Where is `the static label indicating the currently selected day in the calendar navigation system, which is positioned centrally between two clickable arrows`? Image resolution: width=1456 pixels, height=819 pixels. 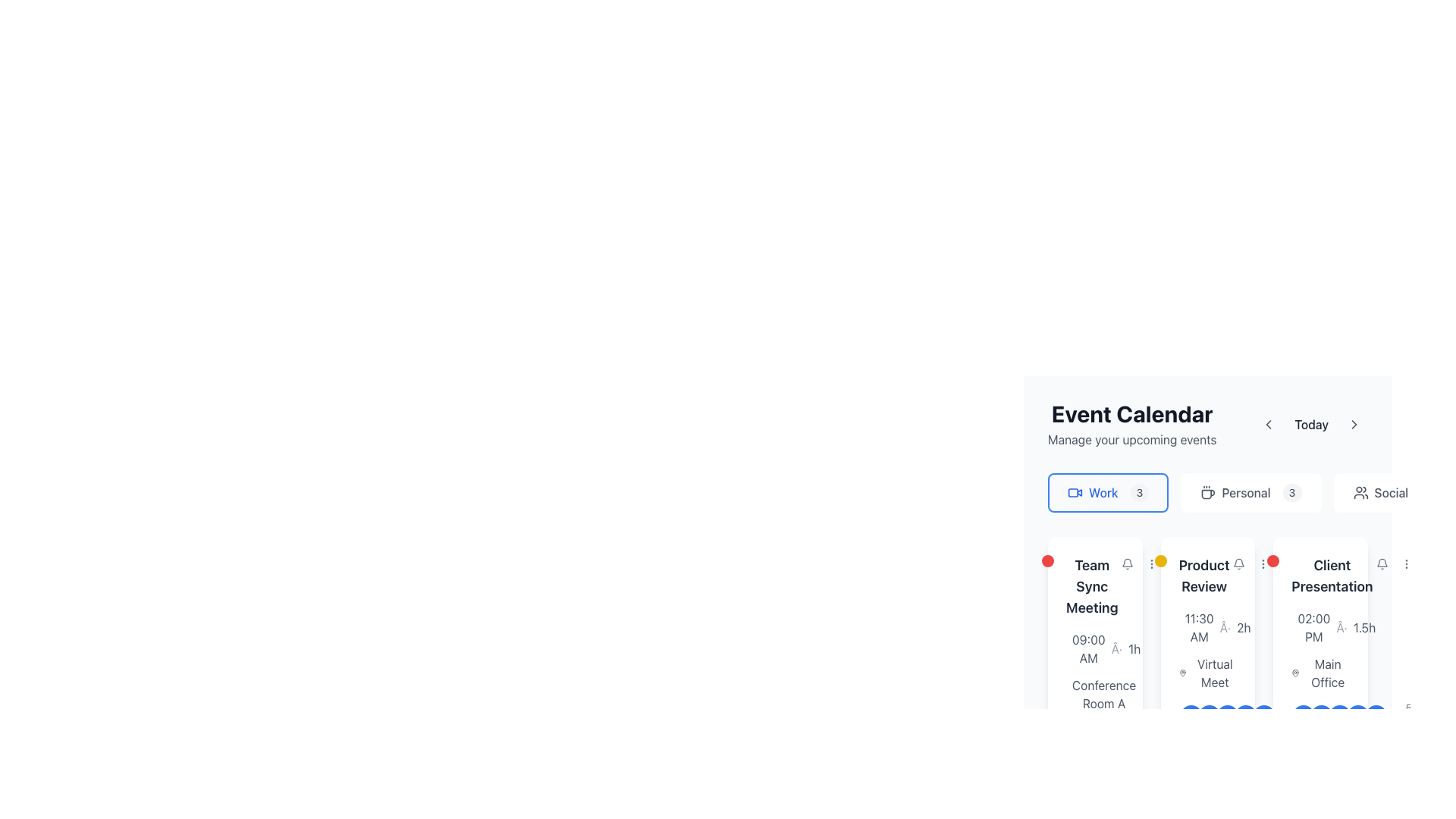
the static label indicating the currently selected day in the calendar navigation system, which is positioned centrally between two clickable arrows is located at coordinates (1310, 424).